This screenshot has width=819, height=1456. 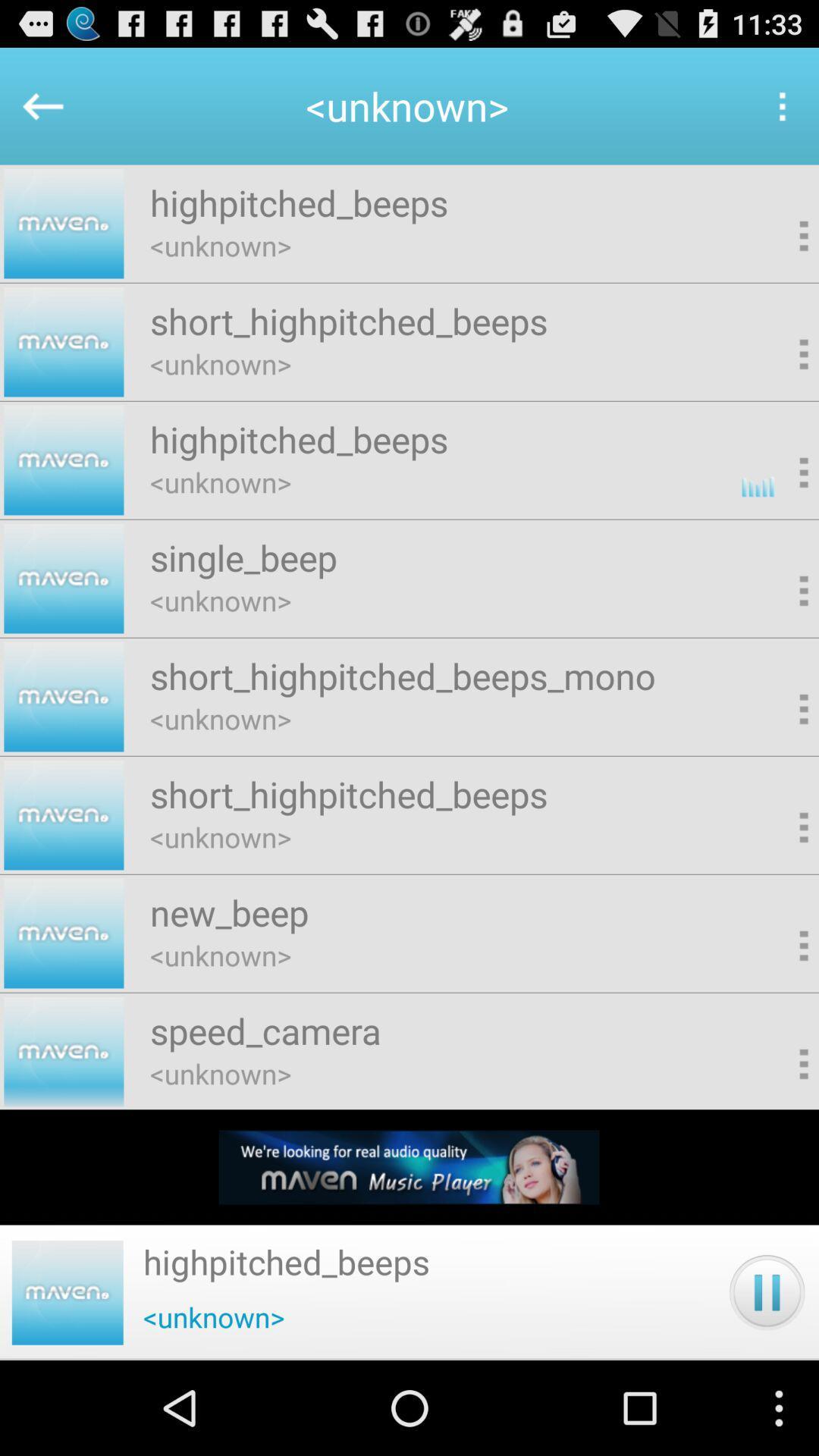 I want to click on the more icon, so click(x=779, y=253).